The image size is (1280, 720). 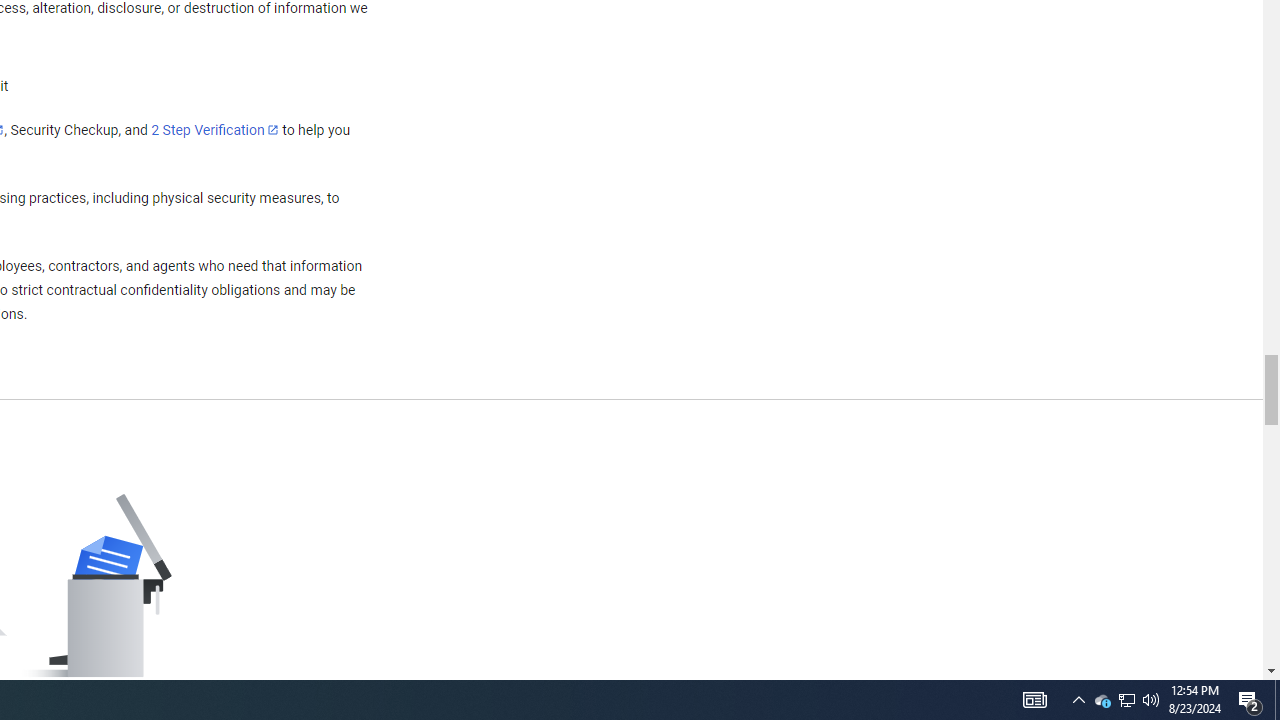 What do you see at coordinates (215, 129) in the screenshot?
I see `'2 Step Verification'` at bounding box center [215, 129].